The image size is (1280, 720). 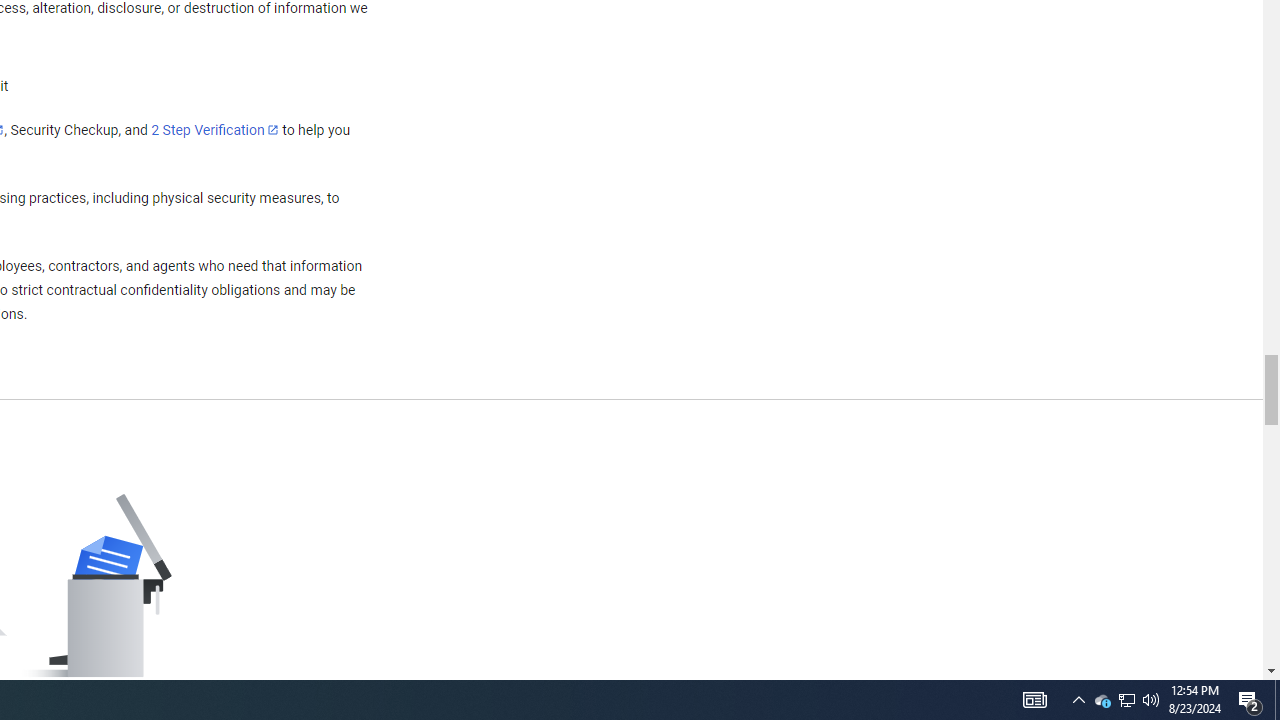 What do you see at coordinates (215, 129) in the screenshot?
I see `'2 Step Verification'` at bounding box center [215, 129].